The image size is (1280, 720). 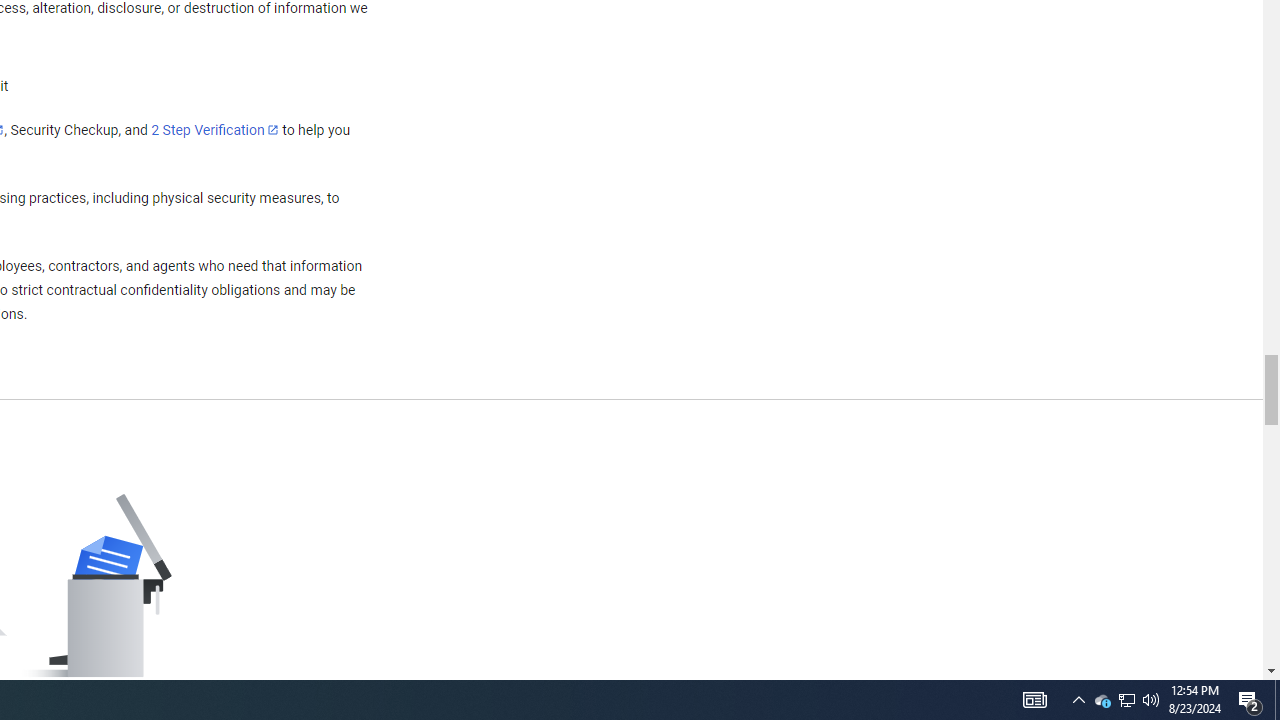 What do you see at coordinates (215, 129) in the screenshot?
I see `'2 Step Verification'` at bounding box center [215, 129].